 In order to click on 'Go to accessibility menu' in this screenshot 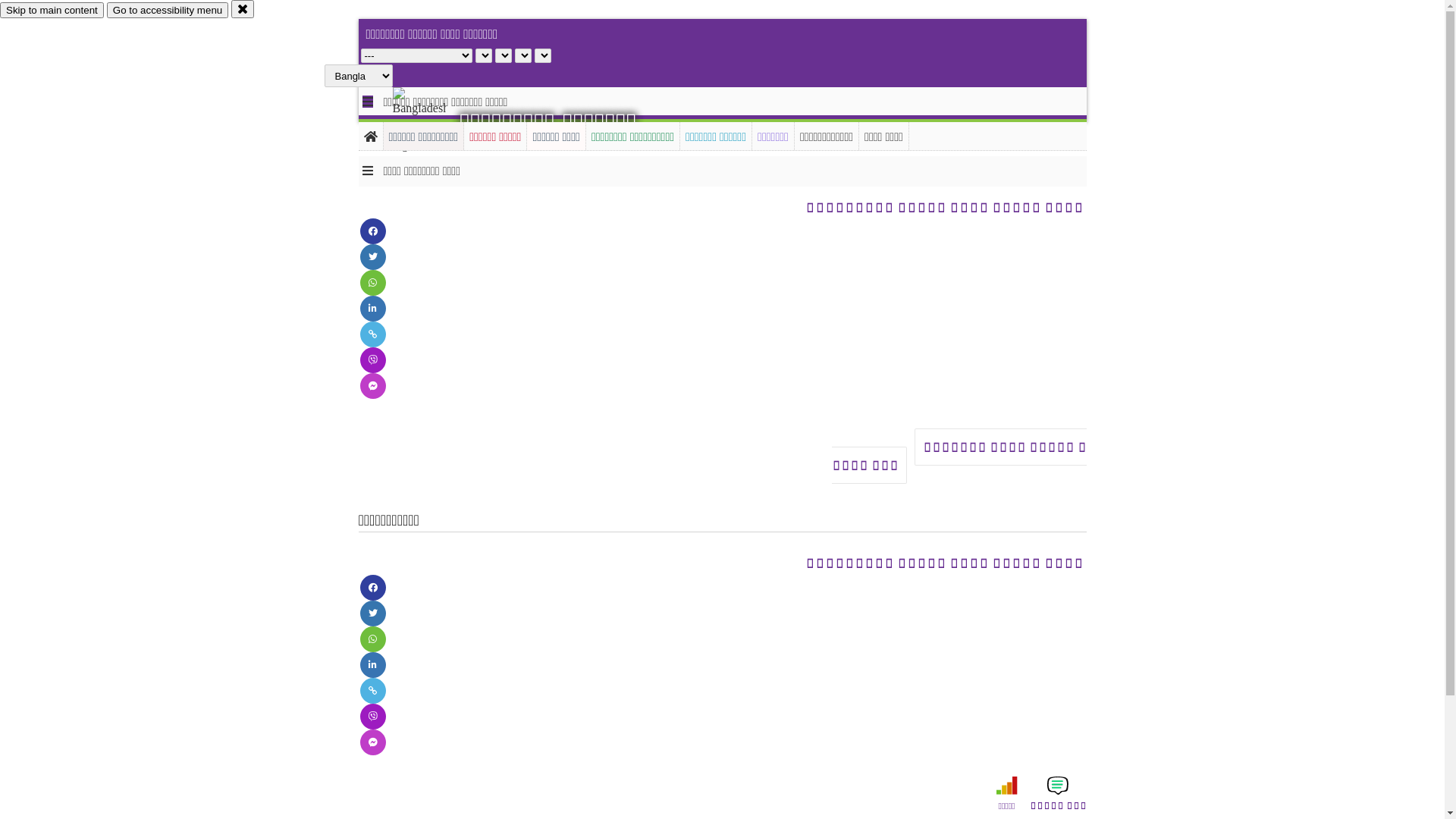, I will do `click(105, 10)`.